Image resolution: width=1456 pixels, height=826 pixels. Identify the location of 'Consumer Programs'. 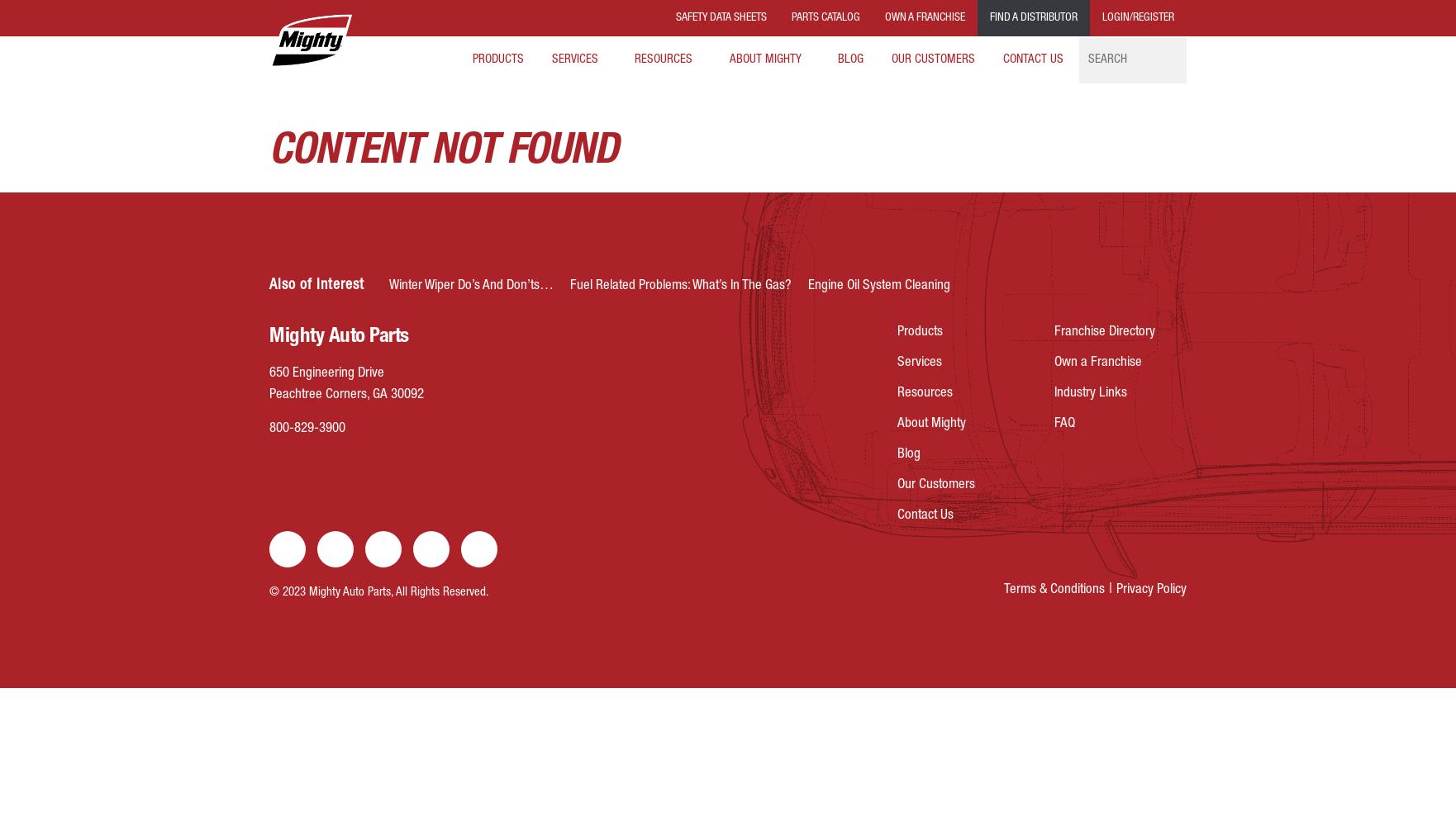
(690, 377).